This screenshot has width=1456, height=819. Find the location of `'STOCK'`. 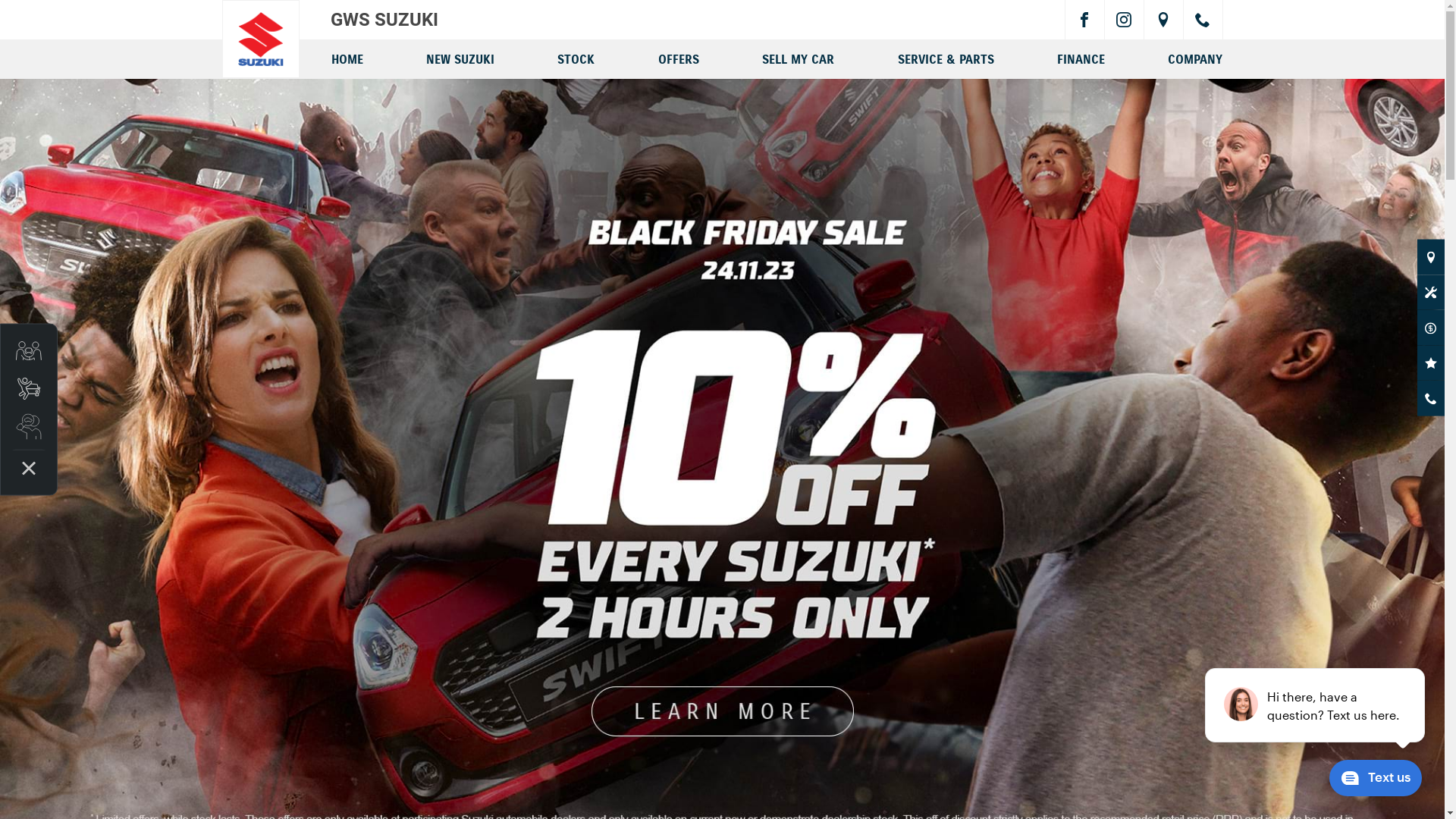

'STOCK' is located at coordinates (575, 58).